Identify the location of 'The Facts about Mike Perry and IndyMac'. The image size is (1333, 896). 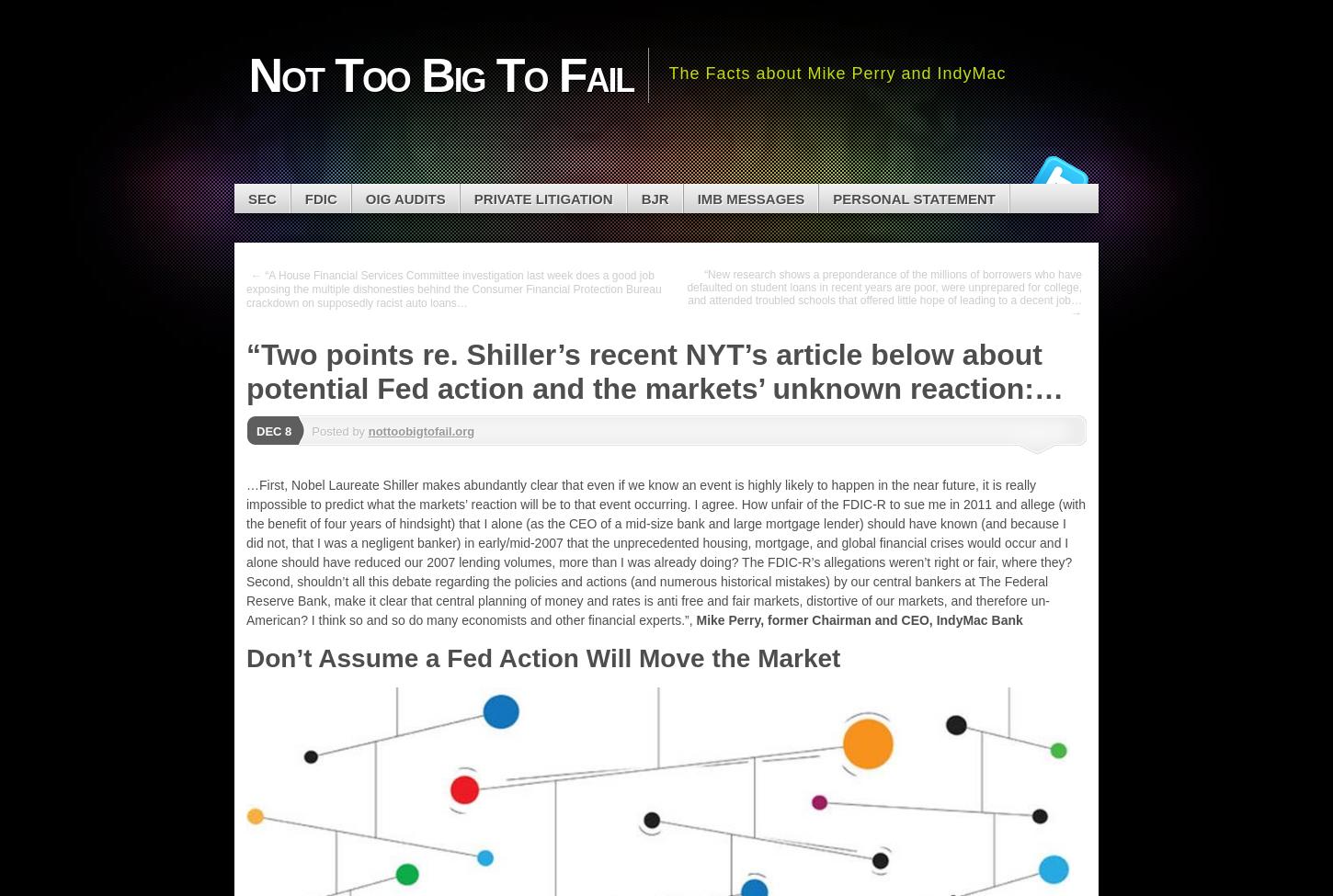
(836, 72).